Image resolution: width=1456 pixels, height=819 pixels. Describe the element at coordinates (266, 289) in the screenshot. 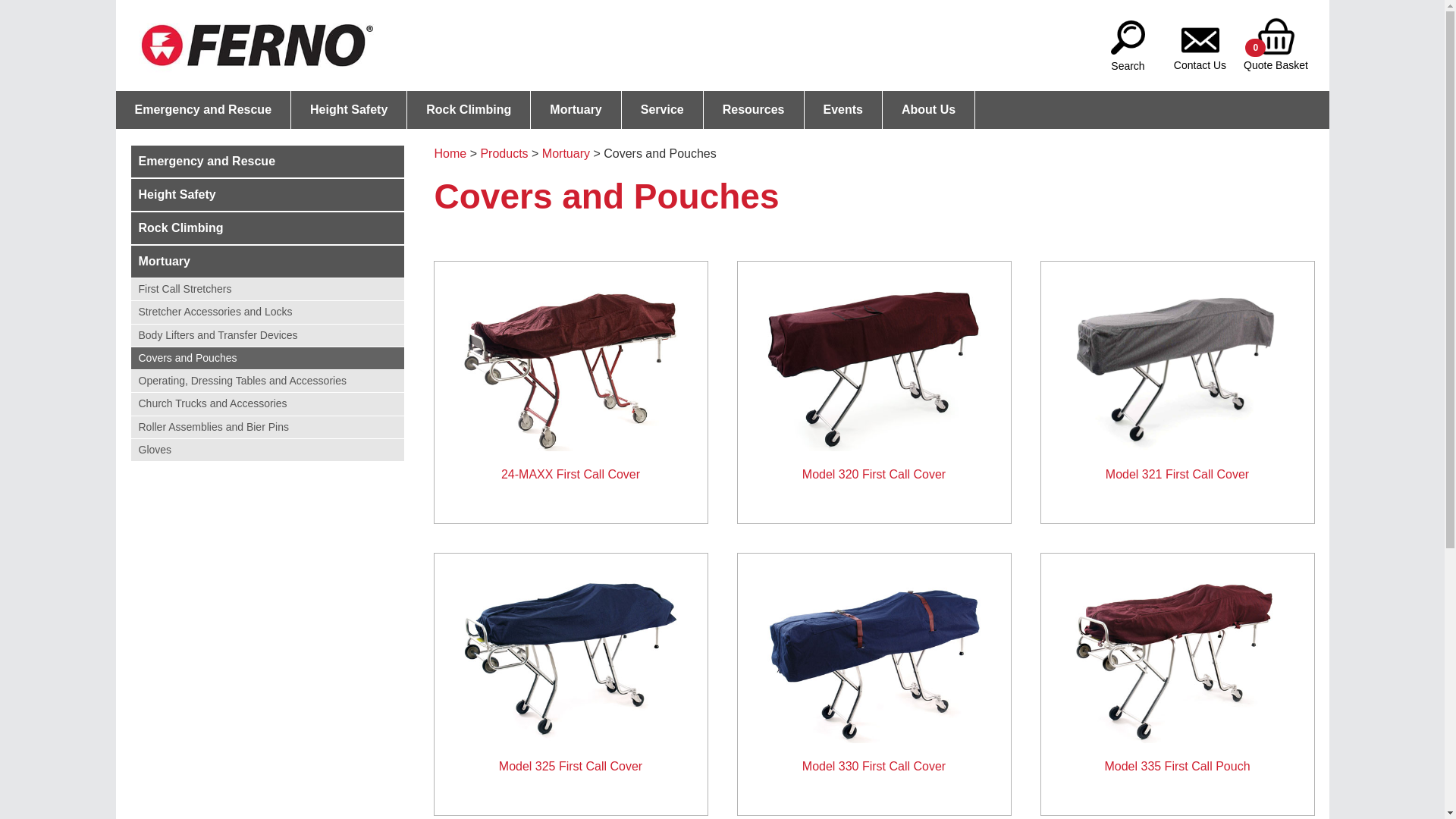

I see `'First Call Stretchers'` at that location.